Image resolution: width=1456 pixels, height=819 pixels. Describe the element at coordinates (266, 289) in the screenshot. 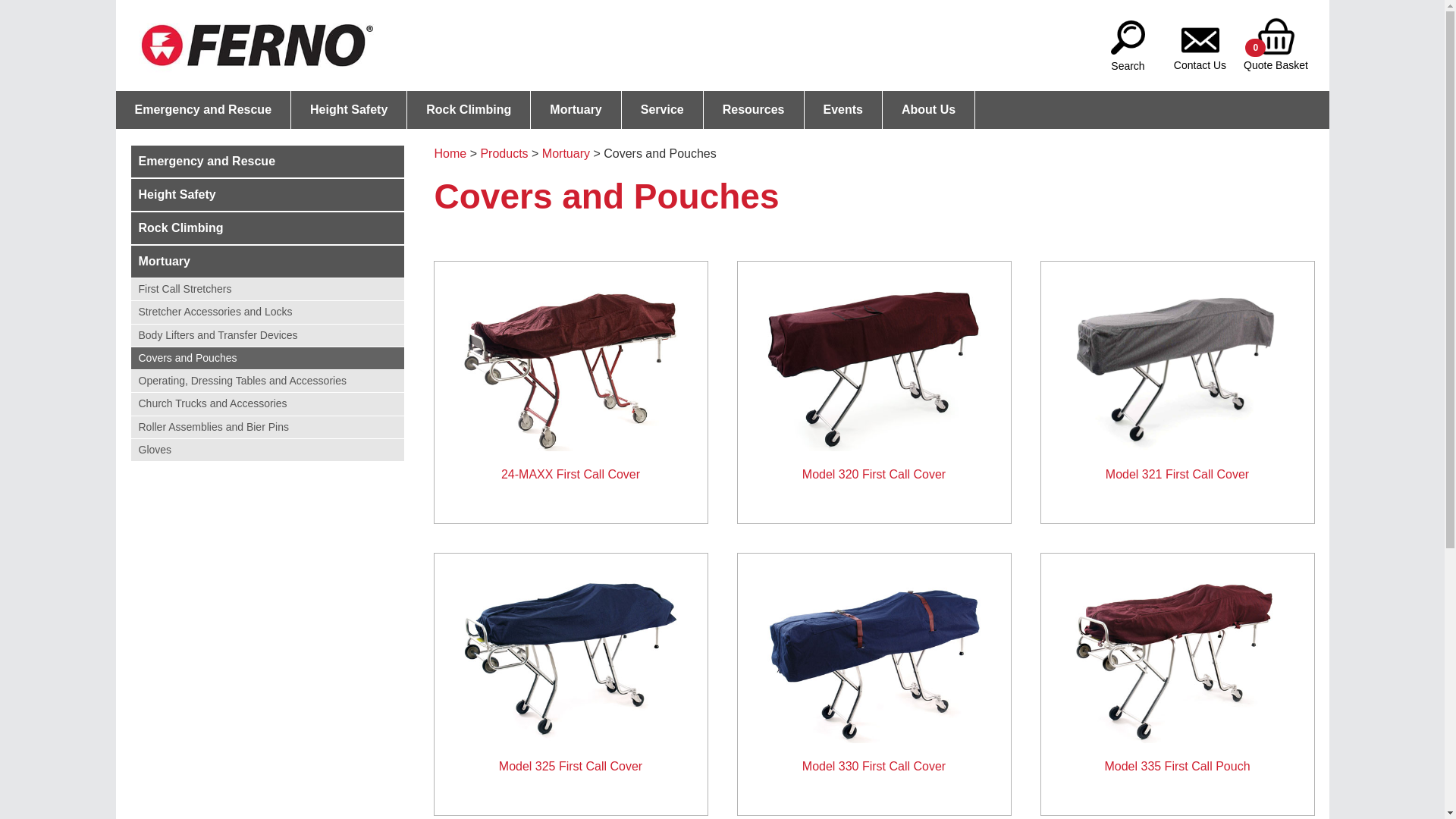

I see `'First Call Stretchers'` at that location.